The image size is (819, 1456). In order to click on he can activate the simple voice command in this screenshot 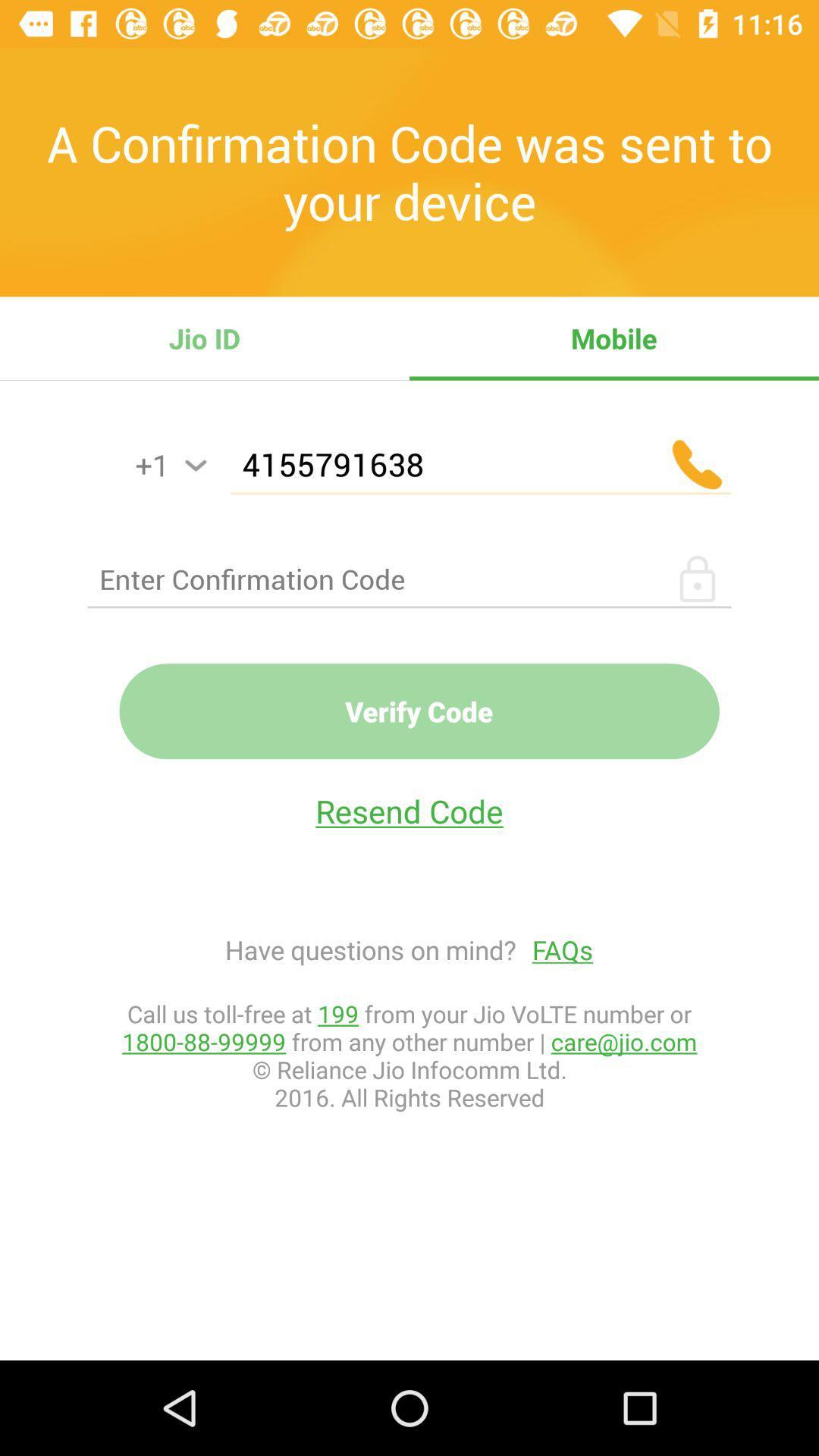, I will do `click(195, 465)`.